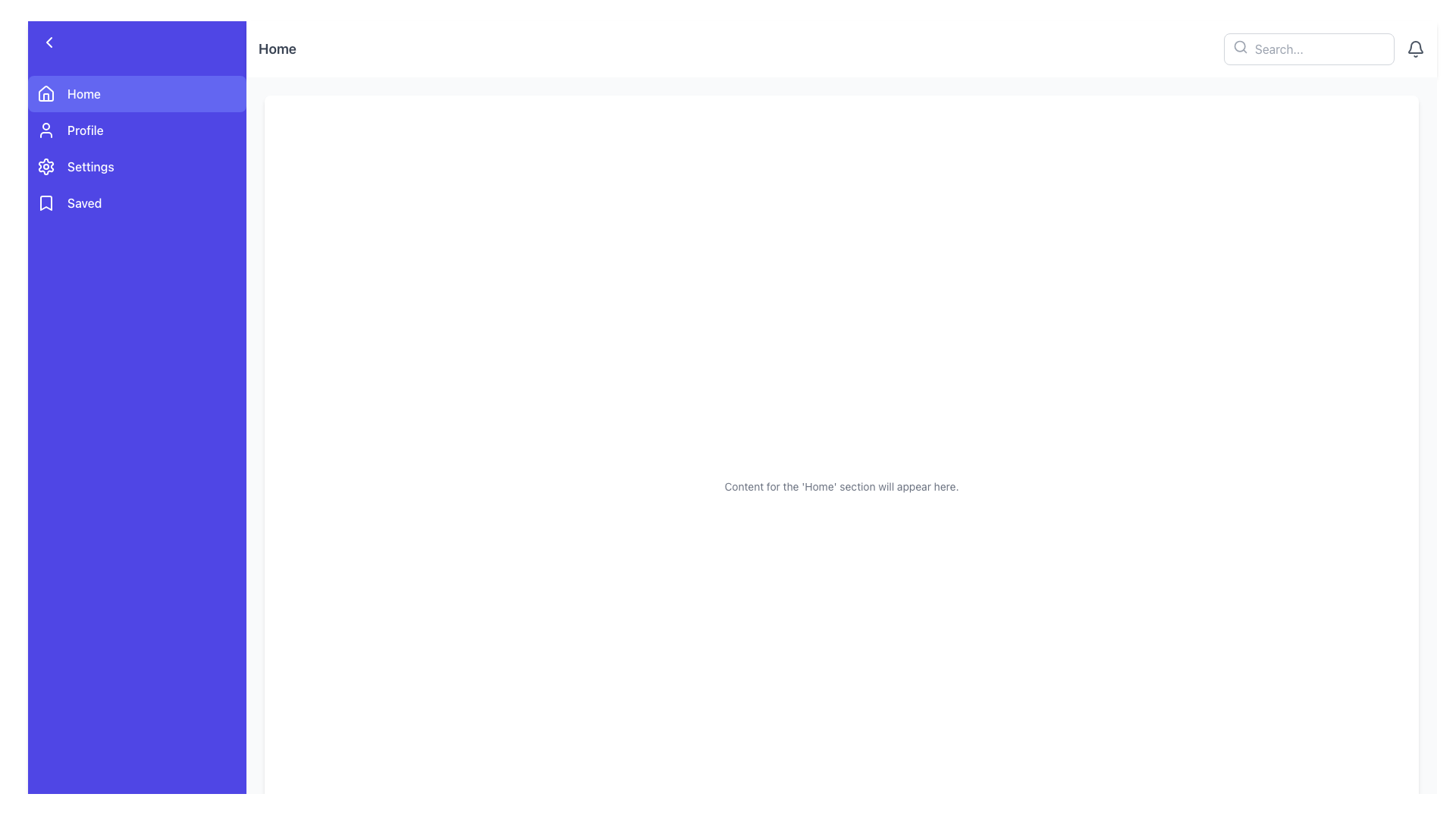 The height and width of the screenshot is (819, 1456). What do you see at coordinates (137, 130) in the screenshot?
I see `the 'Profile' navigation menu item, which is the second item in the vertical menu list, located below 'Home' and above 'Settings'` at bounding box center [137, 130].